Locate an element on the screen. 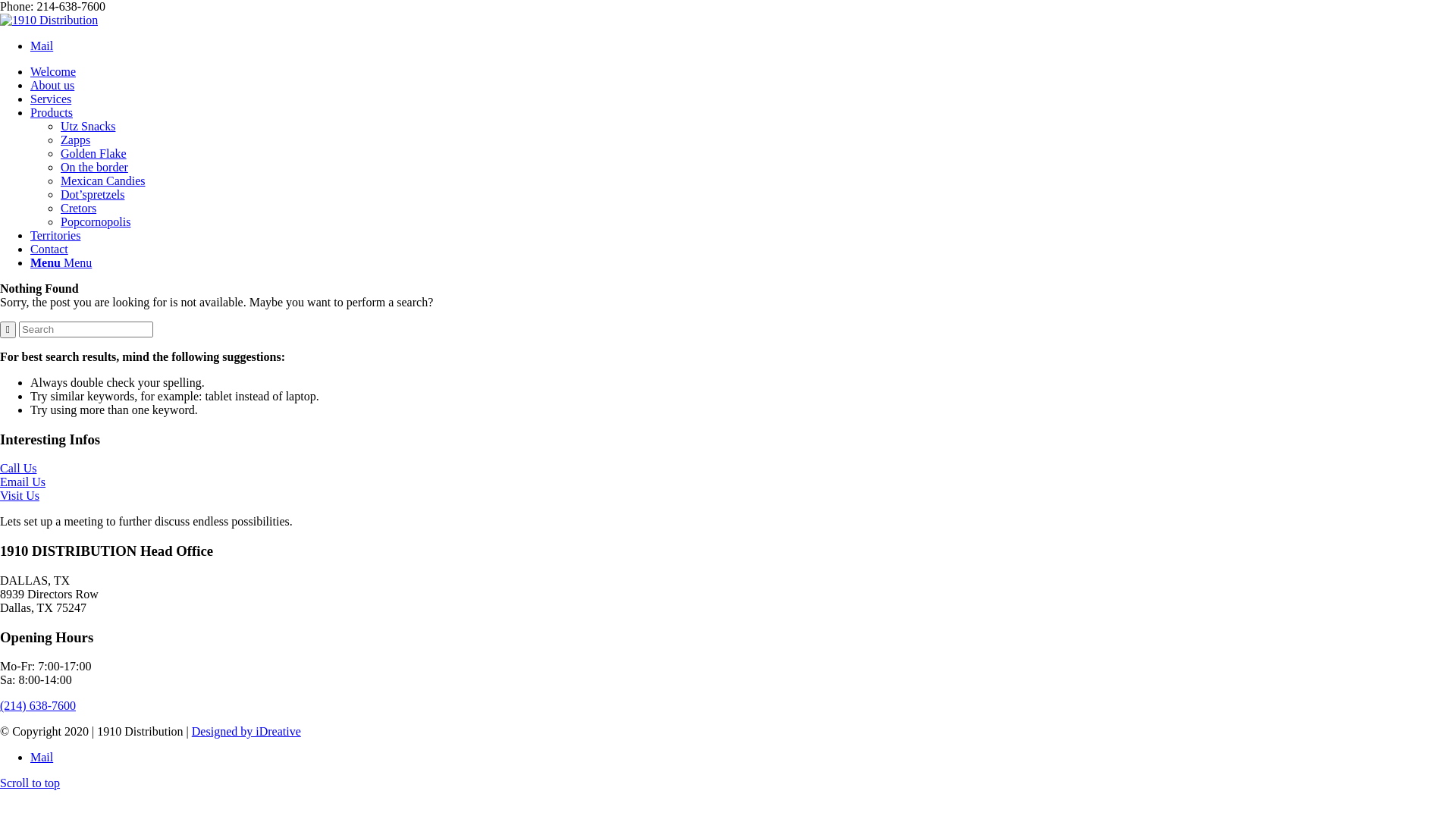  'Welcome' is located at coordinates (53, 71).